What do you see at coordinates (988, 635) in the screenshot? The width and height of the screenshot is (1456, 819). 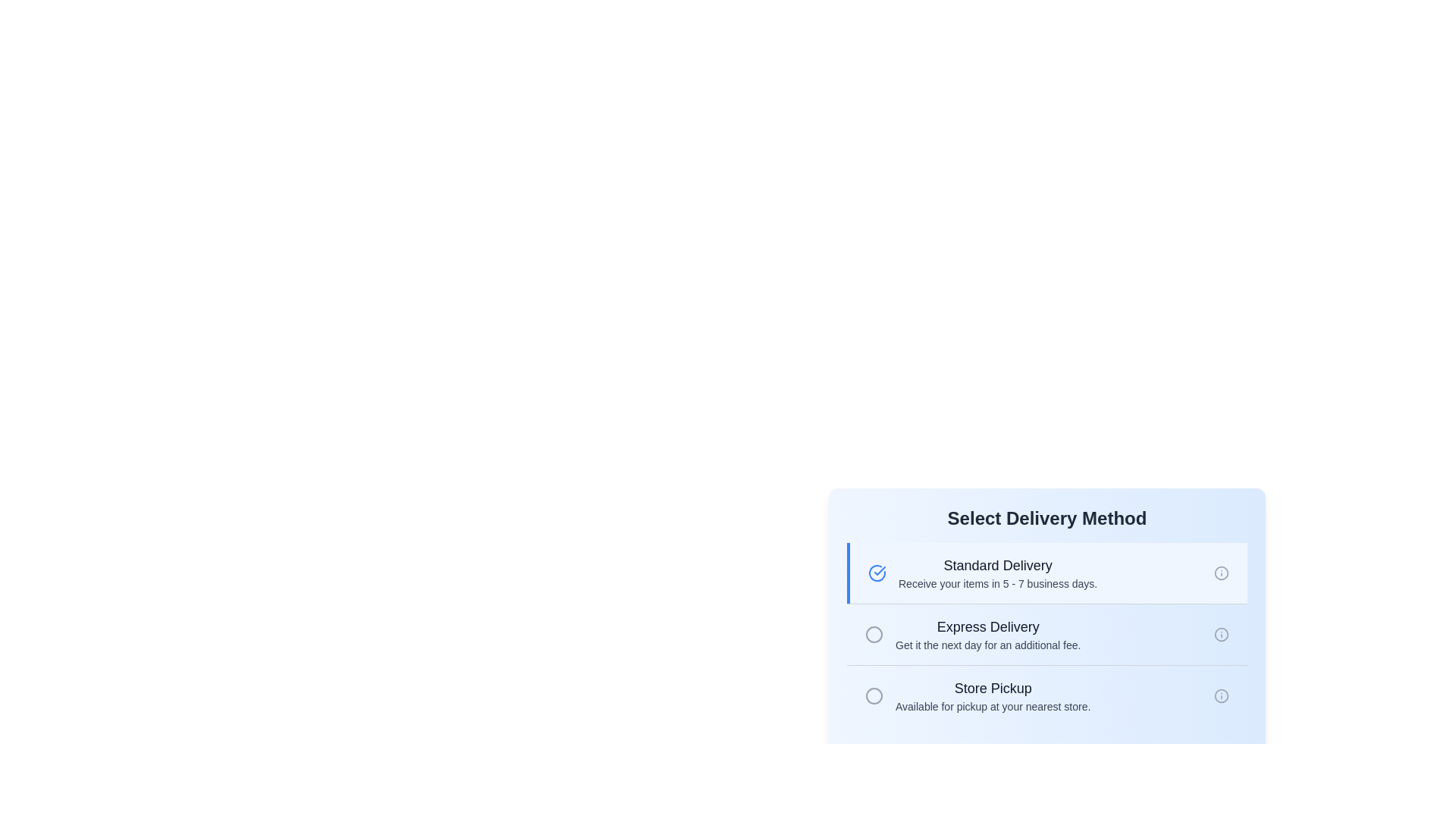 I see `the label displaying 'Express Delivery' with the description 'Get it the next day for an additional fee.' which is the second option in the delivery method selection UI` at bounding box center [988, 635].